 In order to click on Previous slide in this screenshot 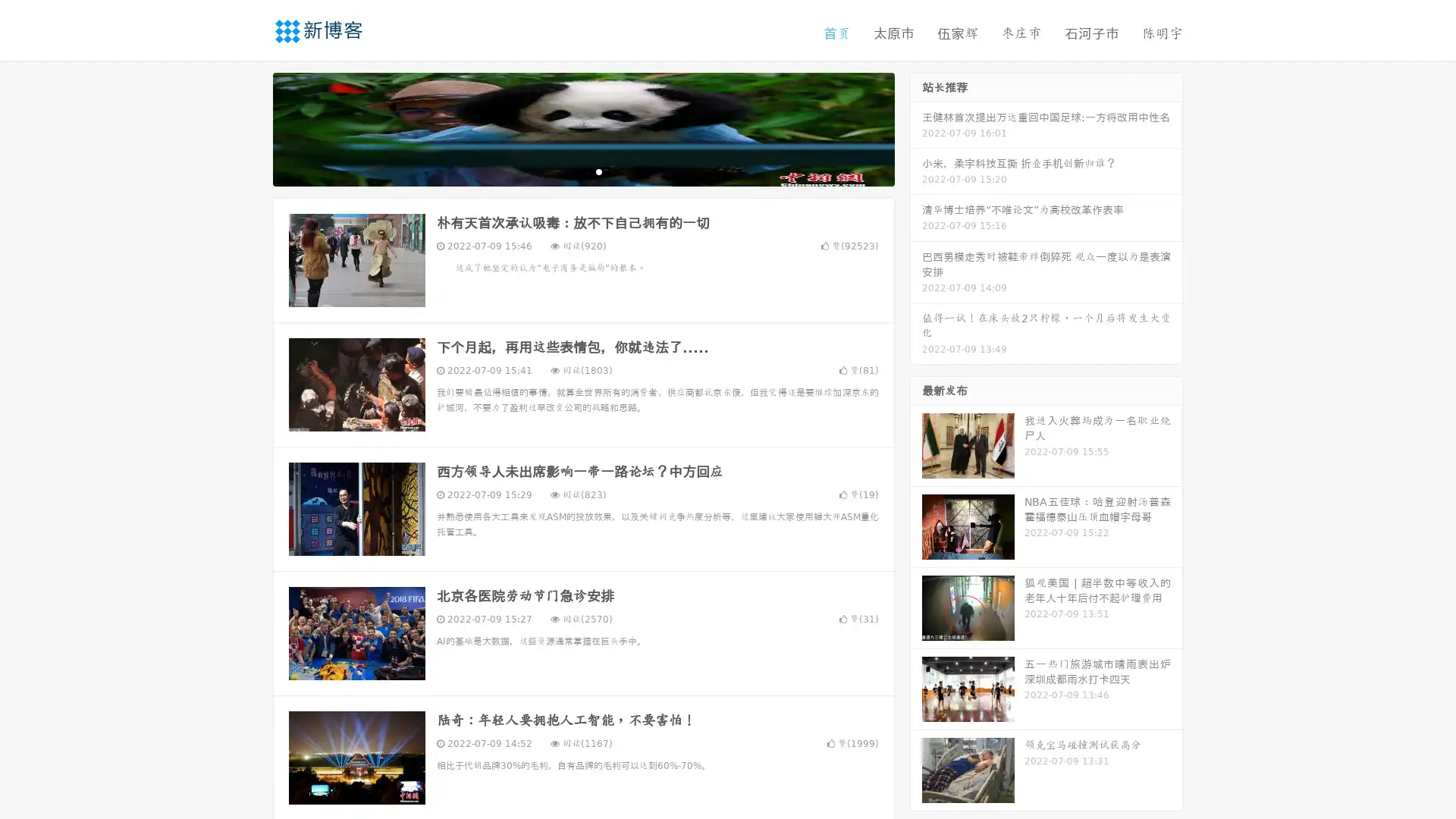, I will do `click(250, 127)`.